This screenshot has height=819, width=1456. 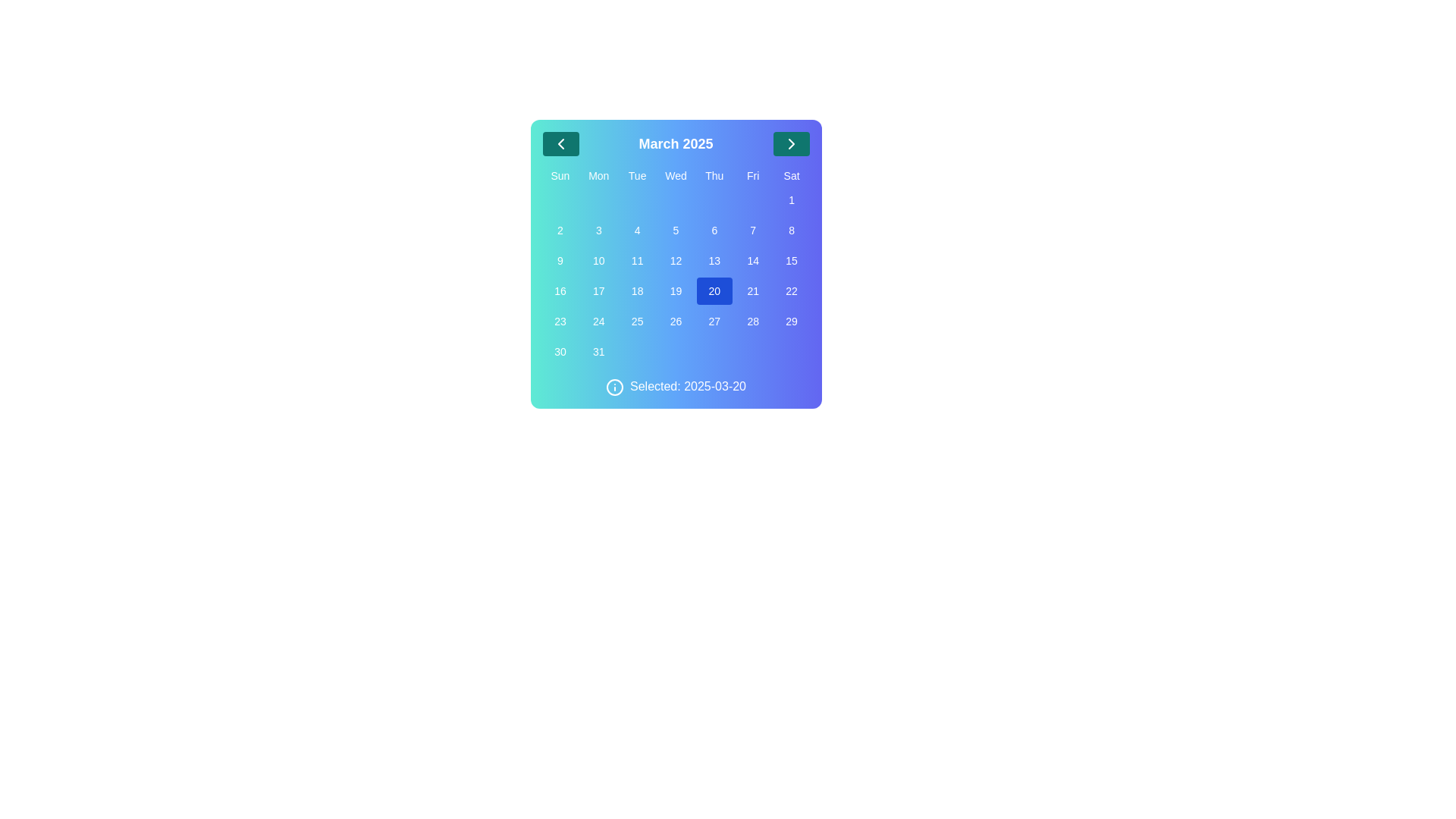 What do you see at coordinates (637, 231) in the screenshot?
I see `the light-colored rectangular button with rounded corners displaying the number '4', located in the second row and fourth column of the calendar interface under 'Tue'` at bounding box center [637, 231].